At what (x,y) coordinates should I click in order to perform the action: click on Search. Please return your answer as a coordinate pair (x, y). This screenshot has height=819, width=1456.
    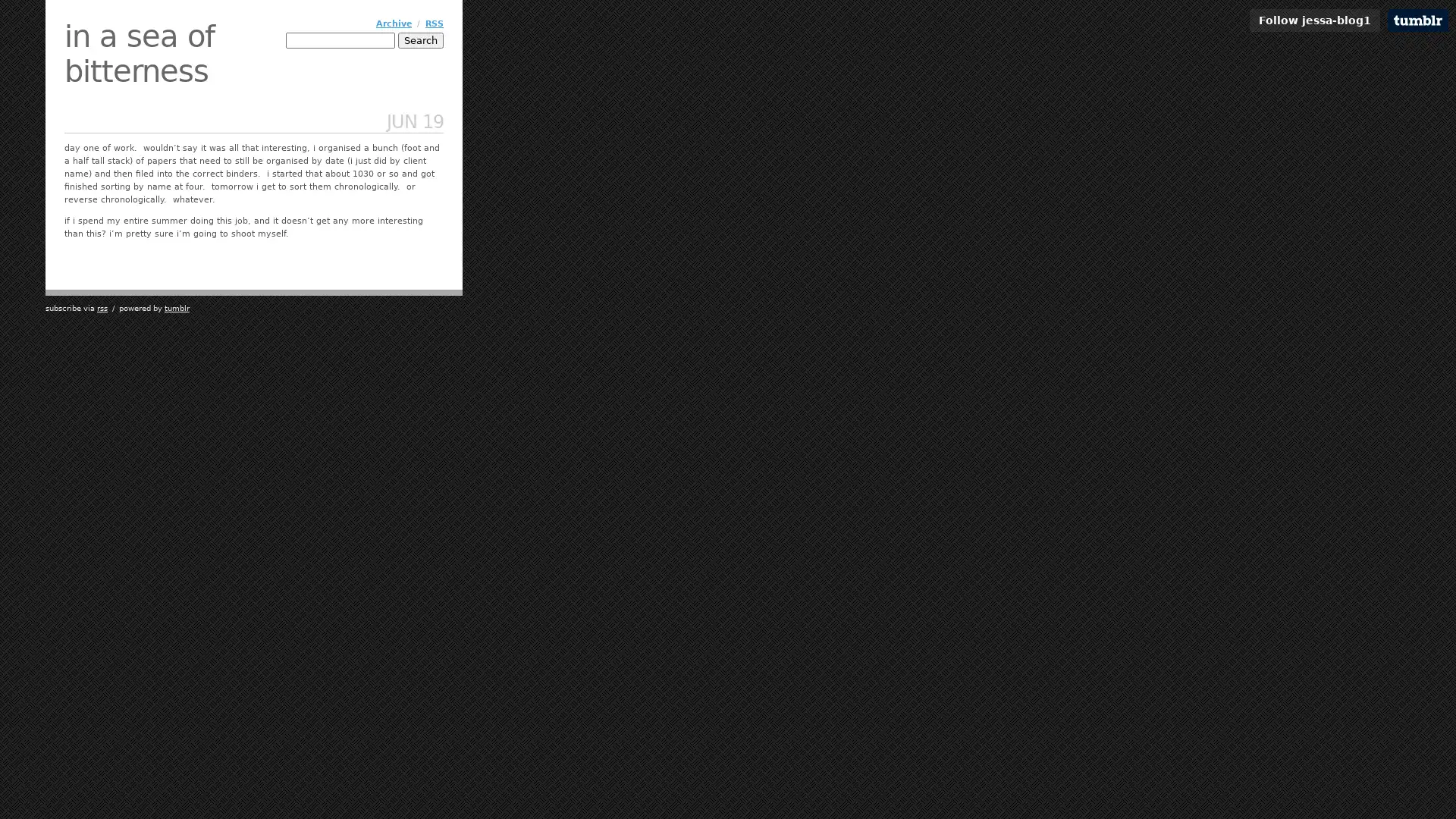
    Looking at the image, I should click on (421, 39).